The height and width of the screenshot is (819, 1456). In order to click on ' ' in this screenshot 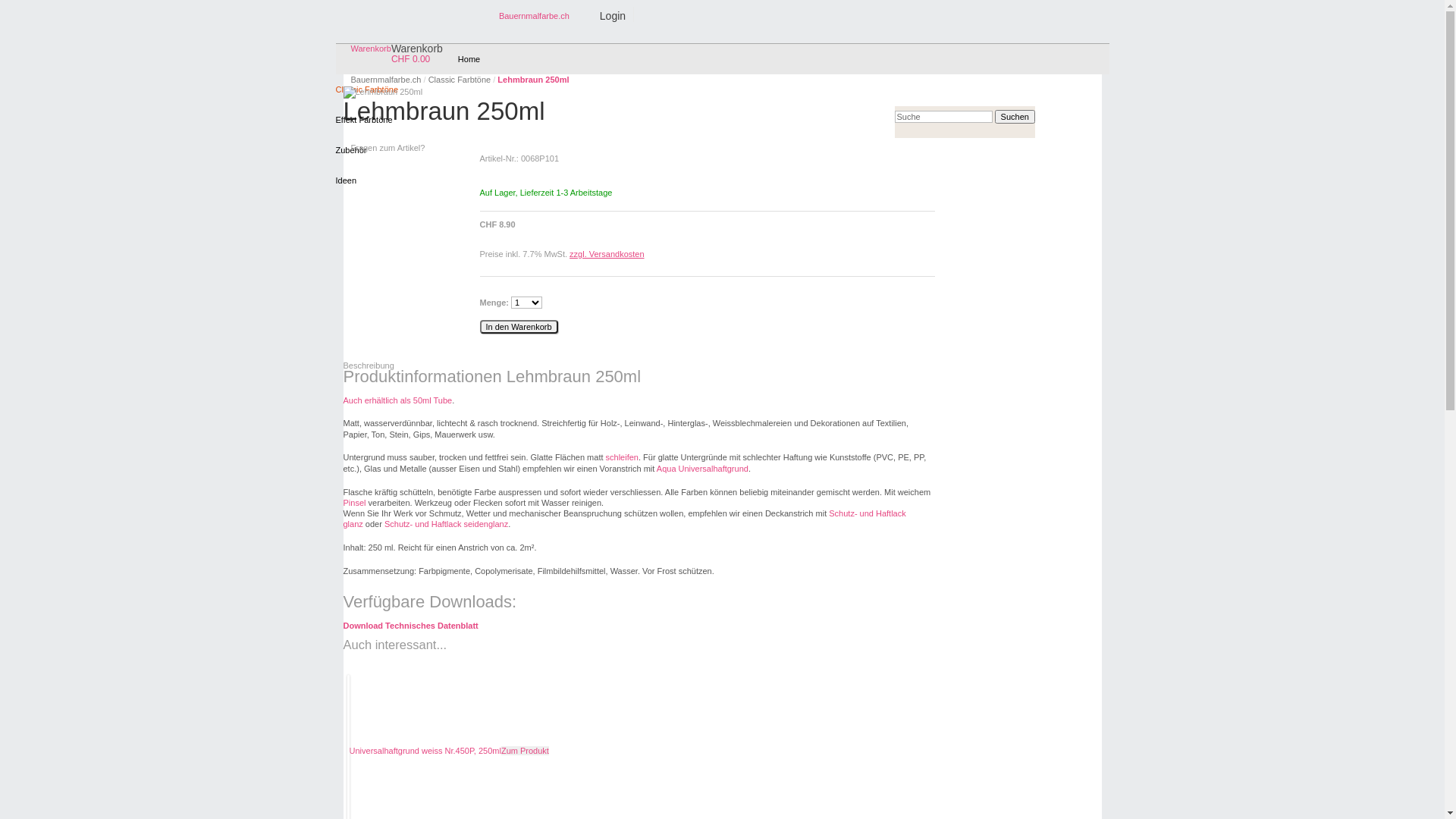, I will do `click(343, 354)`.